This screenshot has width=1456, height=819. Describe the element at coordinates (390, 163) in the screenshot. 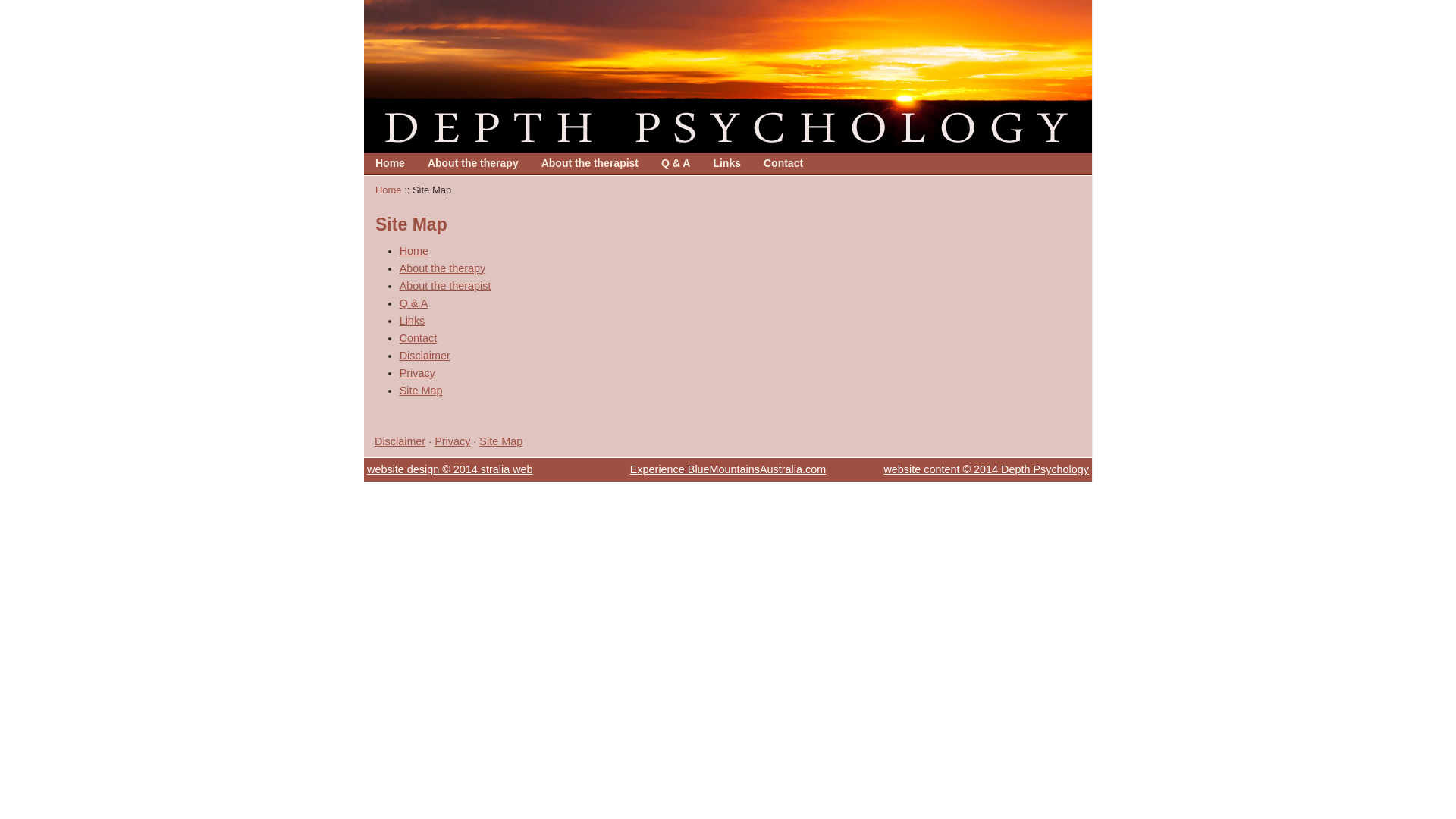

I see `'Home'` at that location.